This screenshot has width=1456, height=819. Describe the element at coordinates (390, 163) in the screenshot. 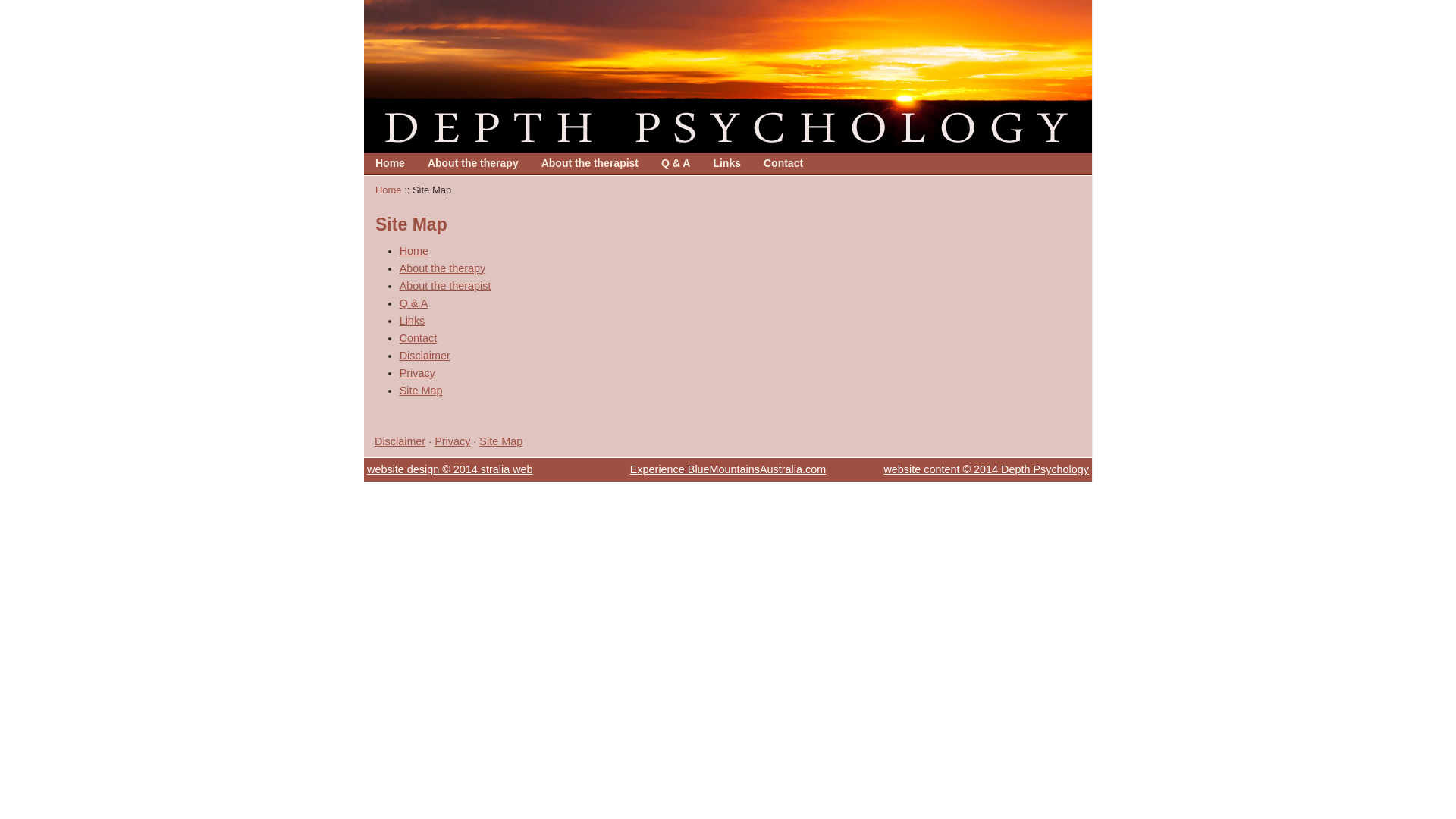

I see `'Home'` at that location.